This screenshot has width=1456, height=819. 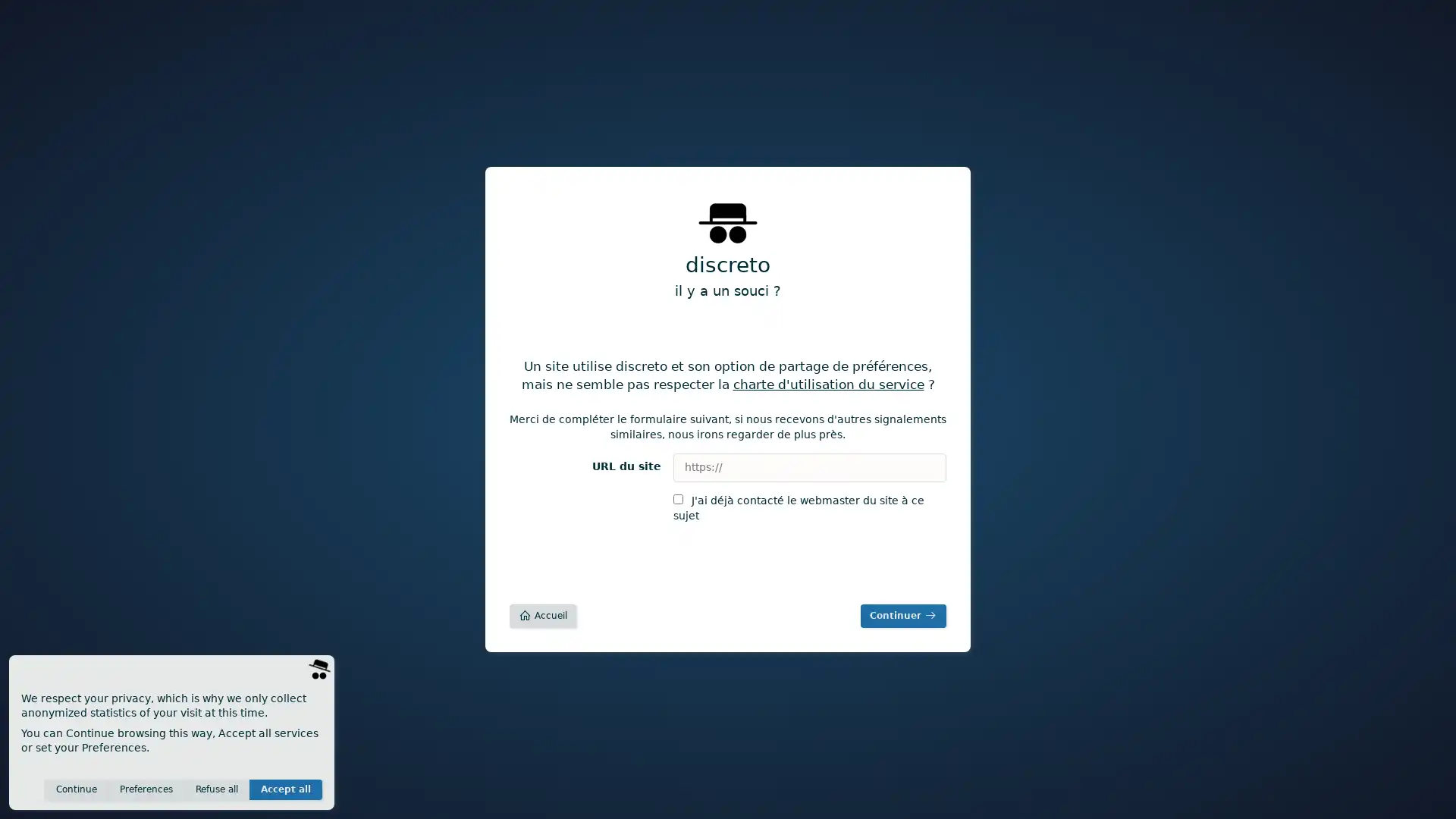 What do you see at coordinates (298, 795) in the screenshot?
I see `Save` at bounding box center [298, 795].